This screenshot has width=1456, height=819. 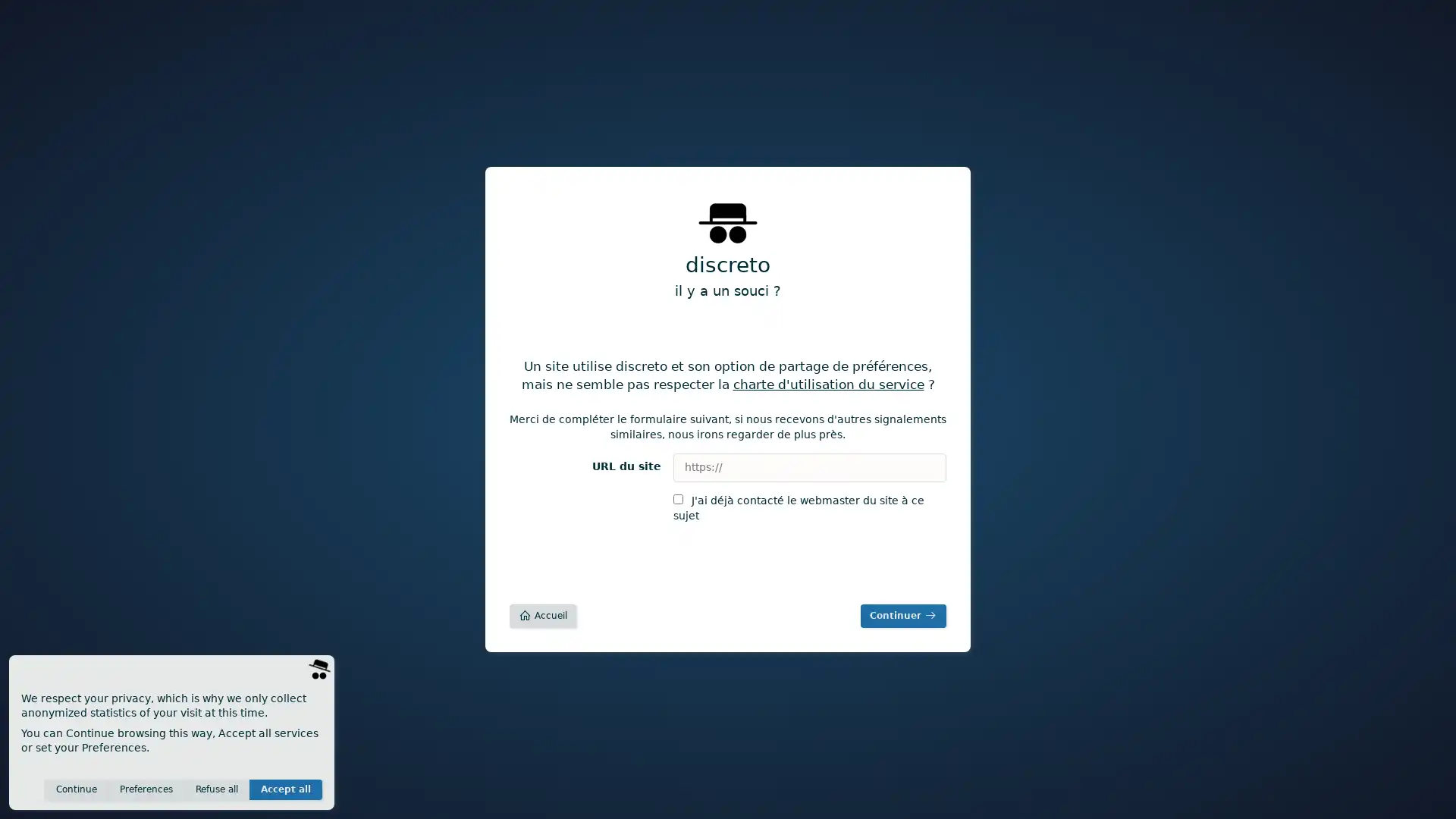 What do you see at coordinates (298, 795) in the screenshot?
I see `Save` at bounding box center [298, 795].